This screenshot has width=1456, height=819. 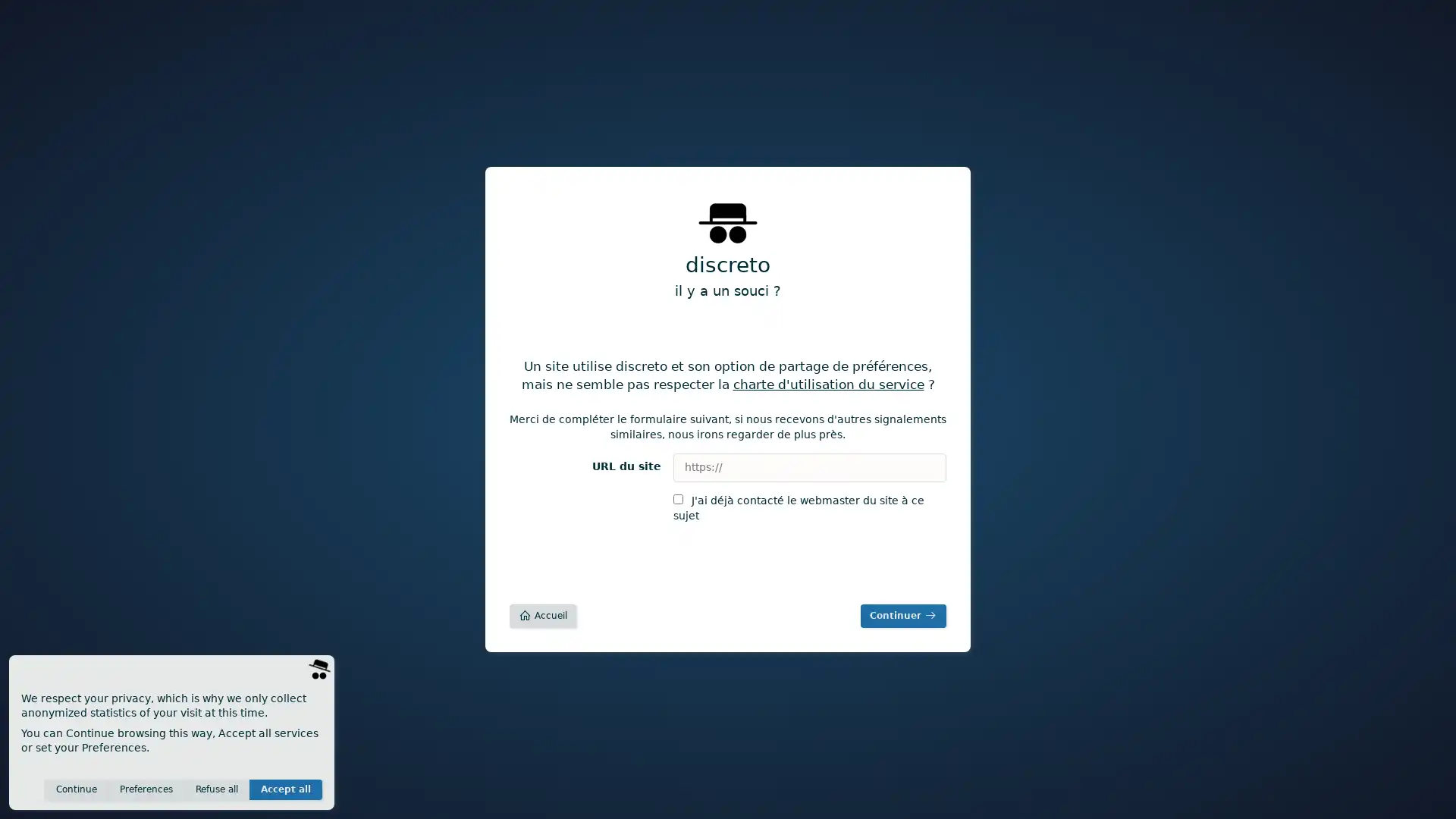 What do you see at coordinates (298, 795) in the screenshot?
I see `Save` at bounding box center [298, 795].